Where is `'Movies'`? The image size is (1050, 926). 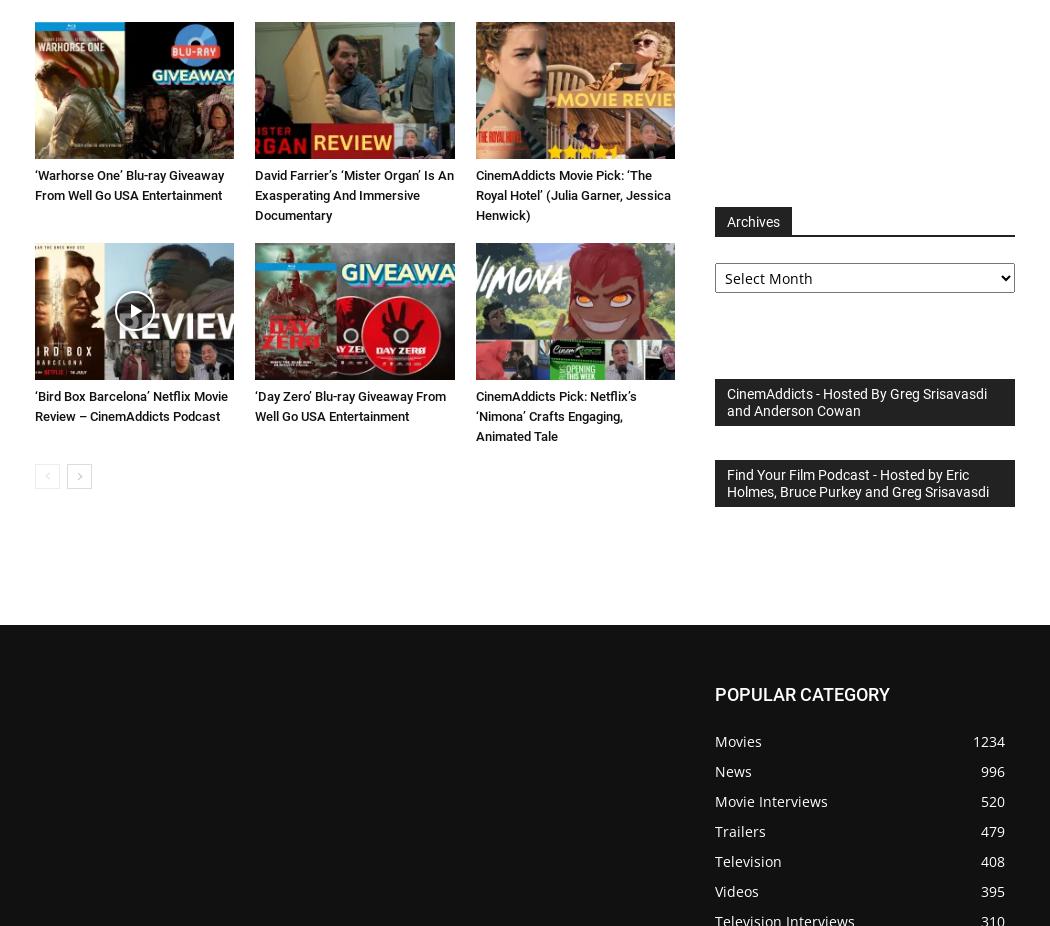
'Movies' is located at coordinates (737, 741).